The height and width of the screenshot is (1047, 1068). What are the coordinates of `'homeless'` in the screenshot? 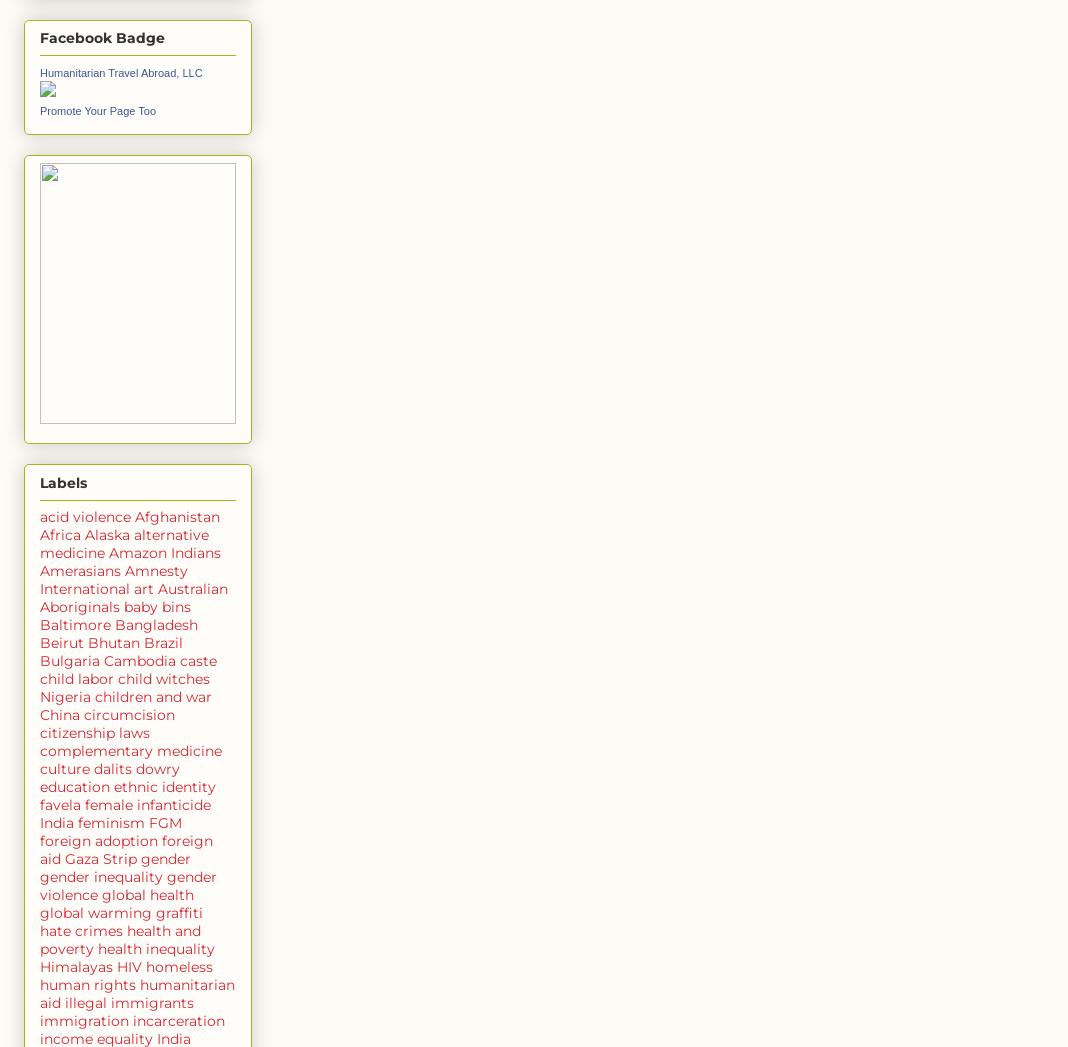 It's located at (179, 964).